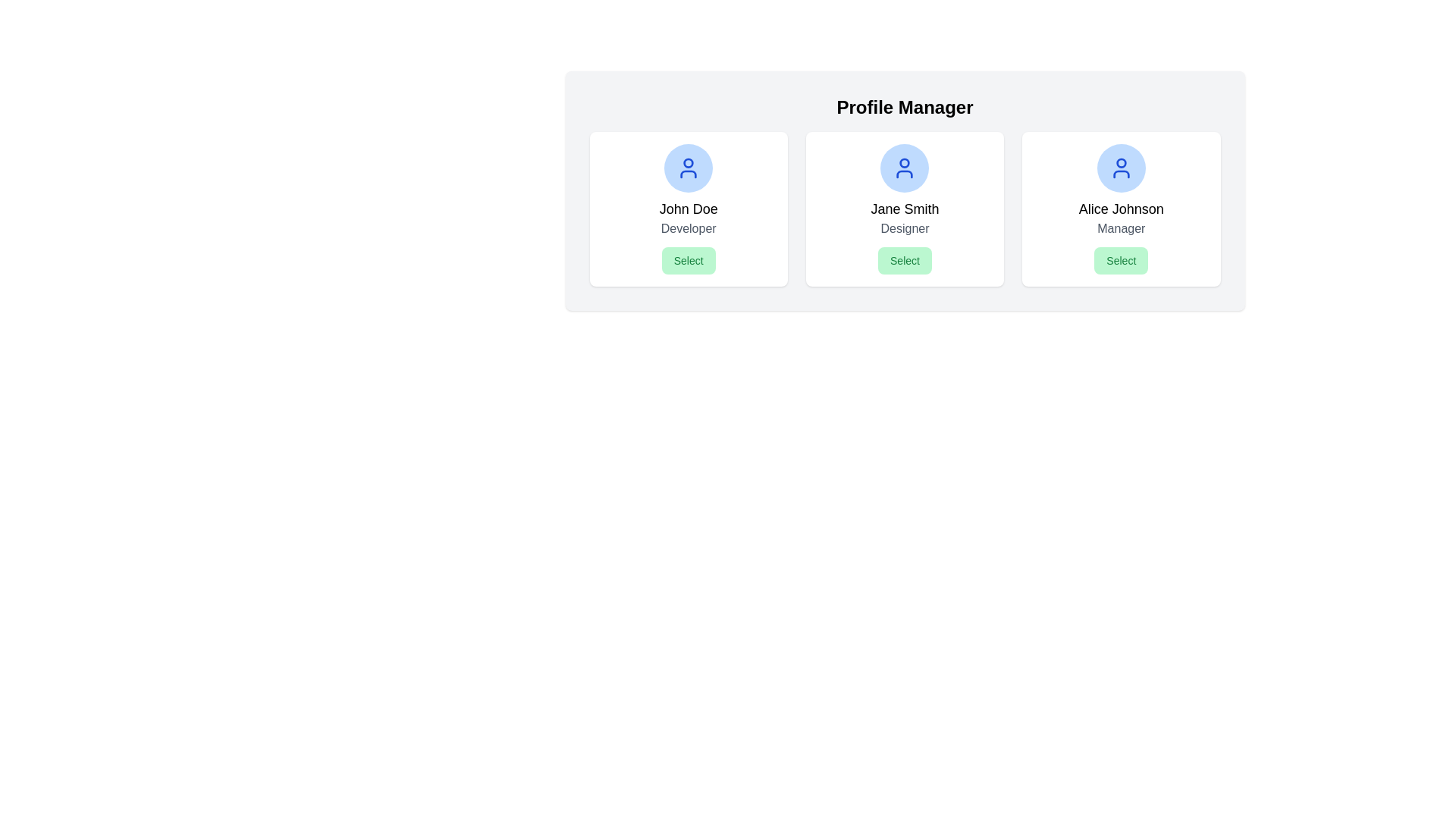 This screenshot has width=1456, height=819. I want to click on the Static Text displaying 'Jane Smith', which is centrally located within the second profile card from the left, positioned between the profile picture above and the role text 'Designer' below, so click(905, 209).